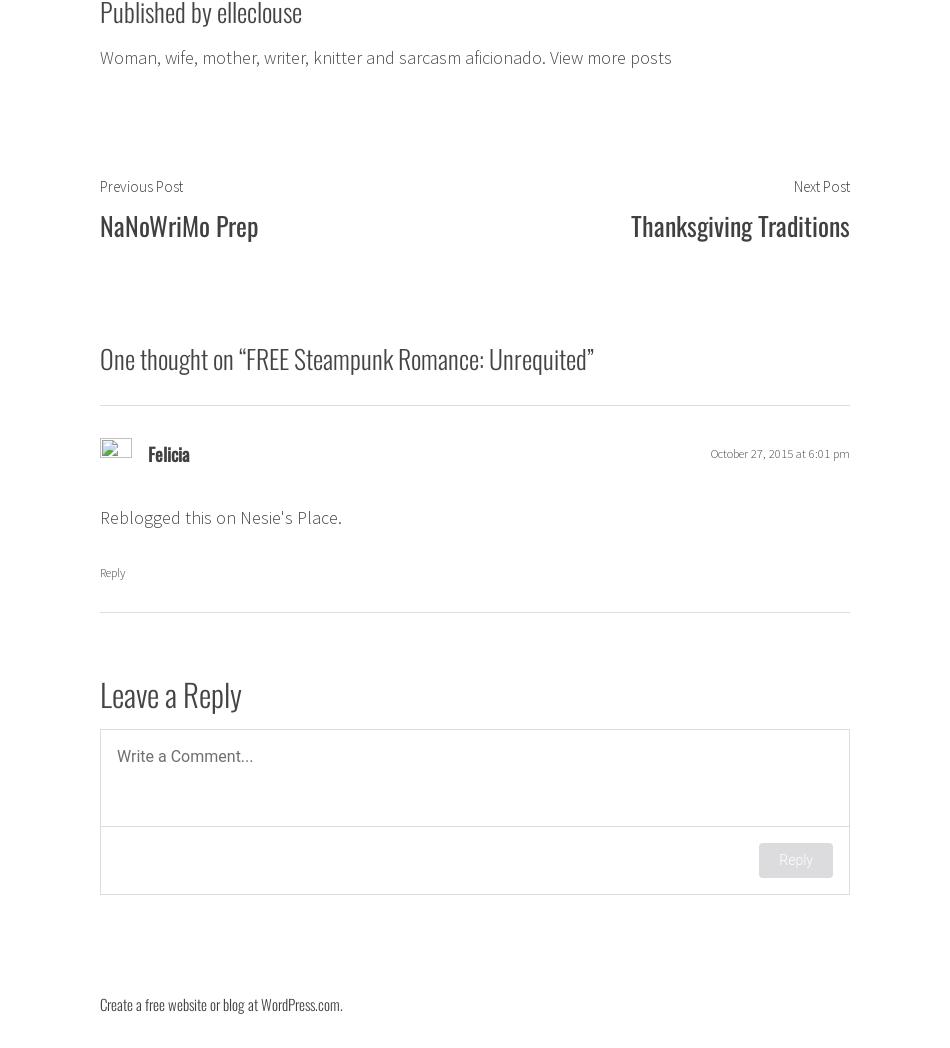 Image resolution: width=950 pixels, height=1048 pixels. I want to click on 'Previous Post', so click(141, 184).